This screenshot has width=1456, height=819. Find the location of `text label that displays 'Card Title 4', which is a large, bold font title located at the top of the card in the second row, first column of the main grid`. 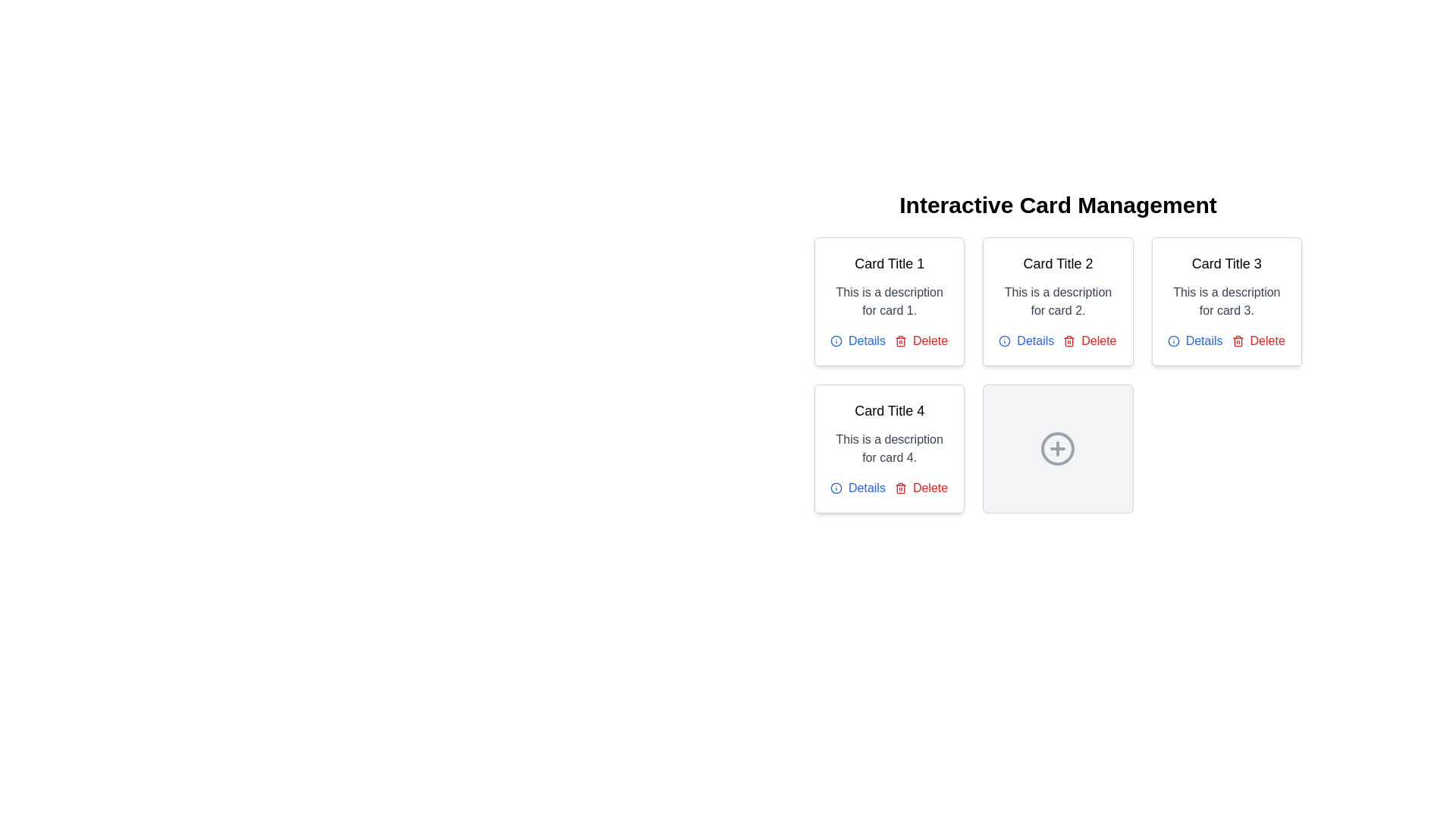

text label that displays 'Card Title 4', which is a large, bold font title located at the top of the card in the second row, first column of the main grid is located at coordinates (890, 411).